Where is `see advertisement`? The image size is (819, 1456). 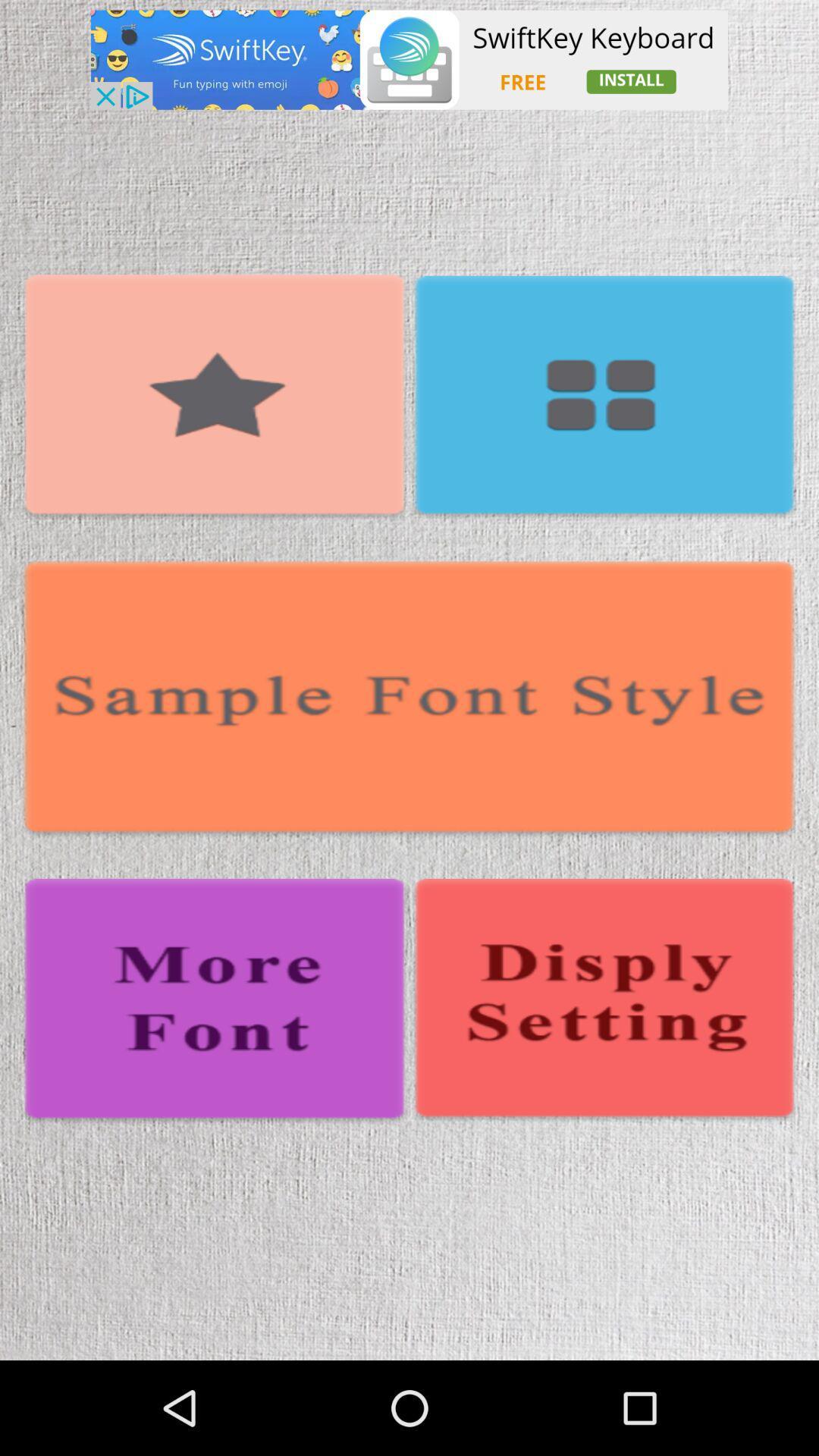 see advertisement is located at coordinates (409, 60).